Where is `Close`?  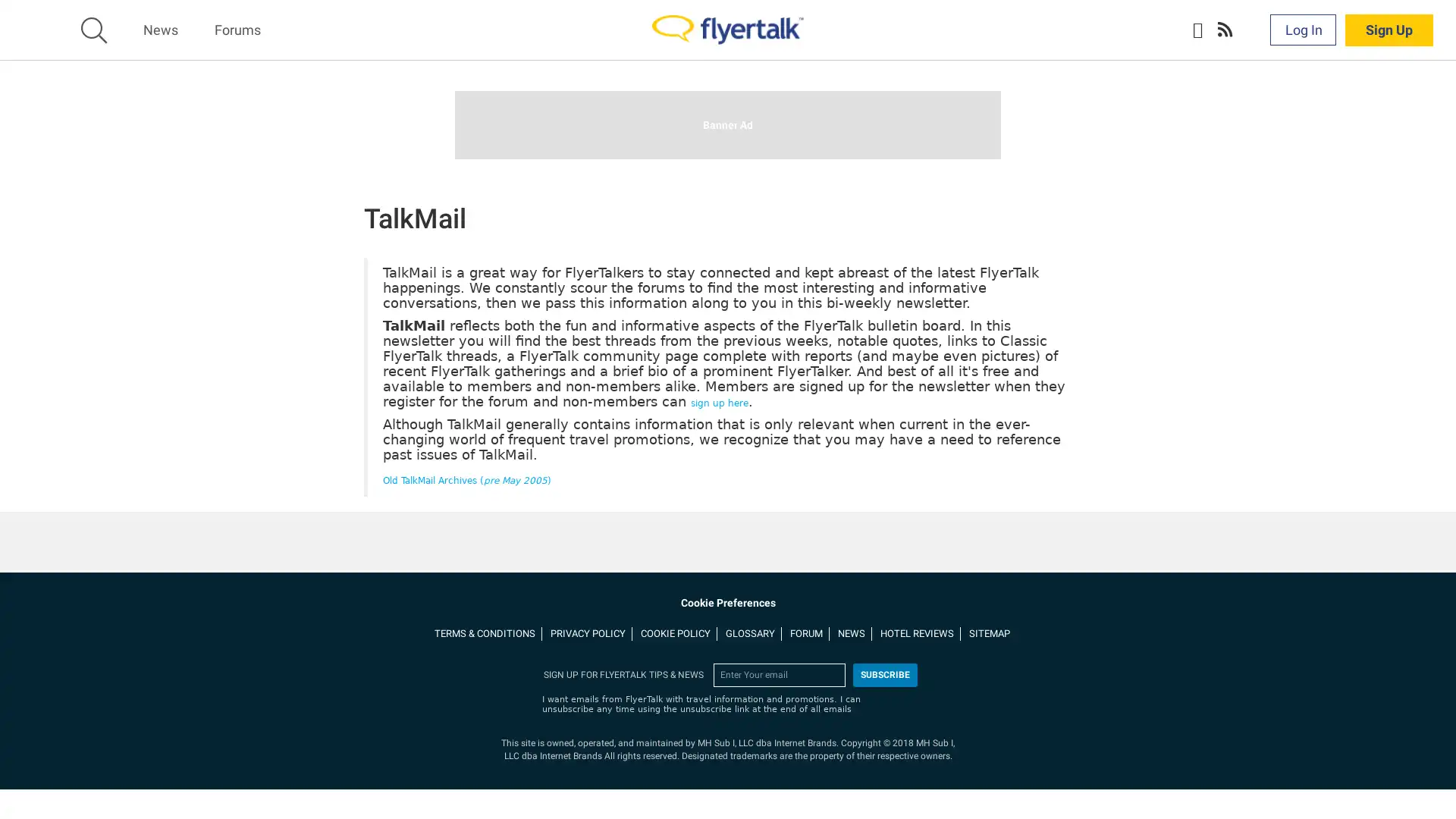
Close is located at coordinates (1437, 780).